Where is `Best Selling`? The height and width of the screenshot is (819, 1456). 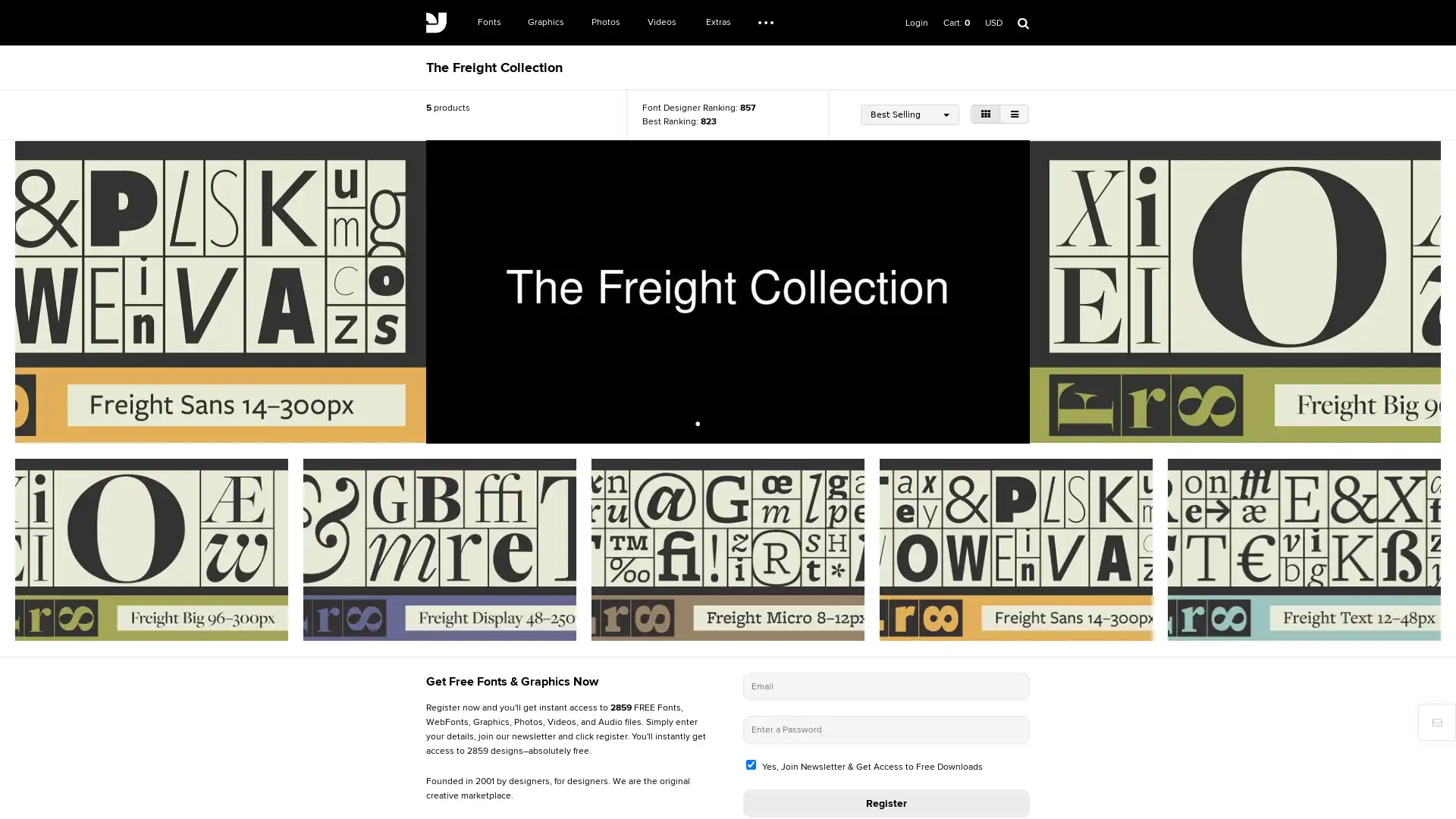
Best Selling is located at coordinates (910, 114).